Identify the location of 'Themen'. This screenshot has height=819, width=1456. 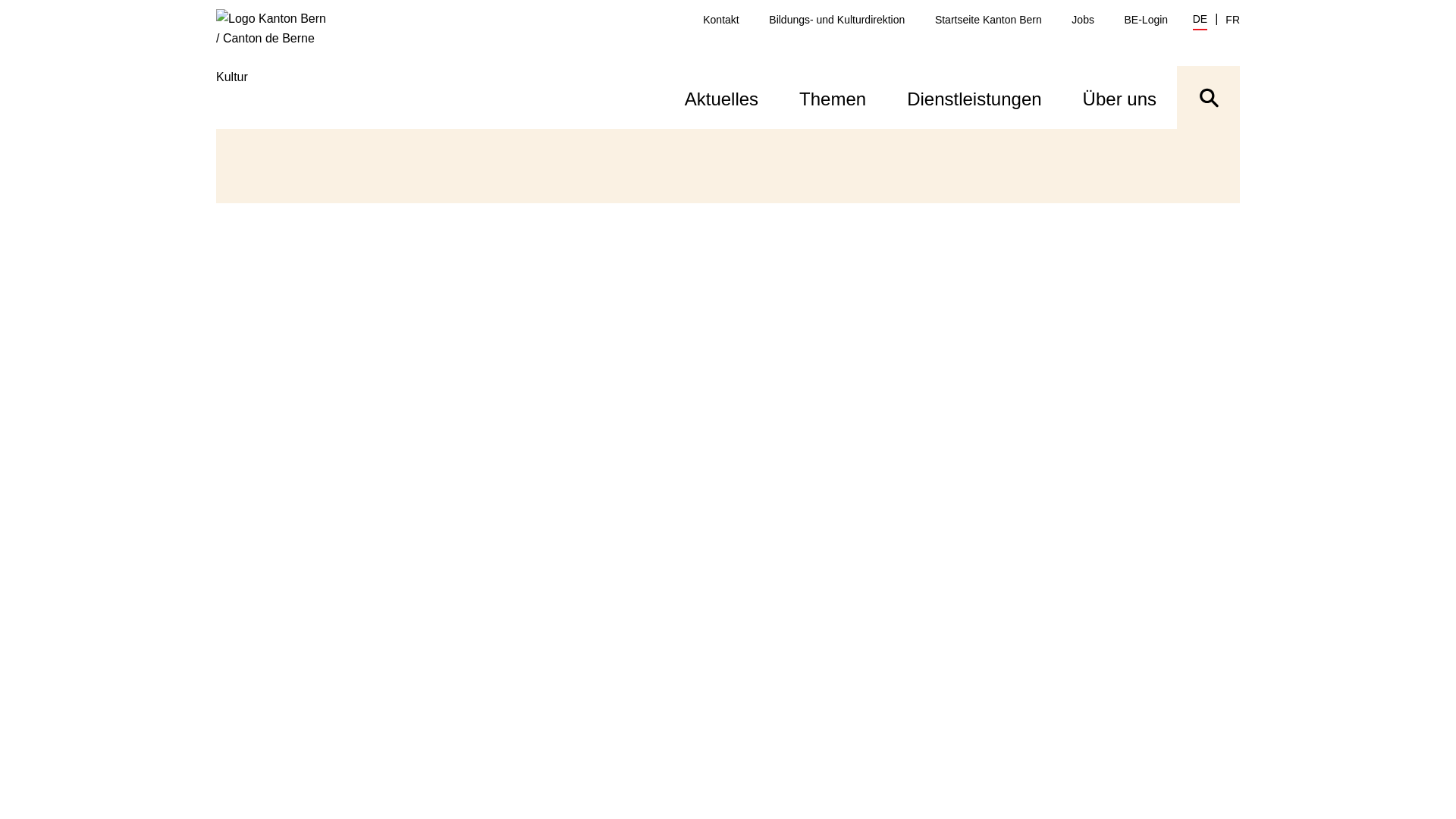
(779, 97).